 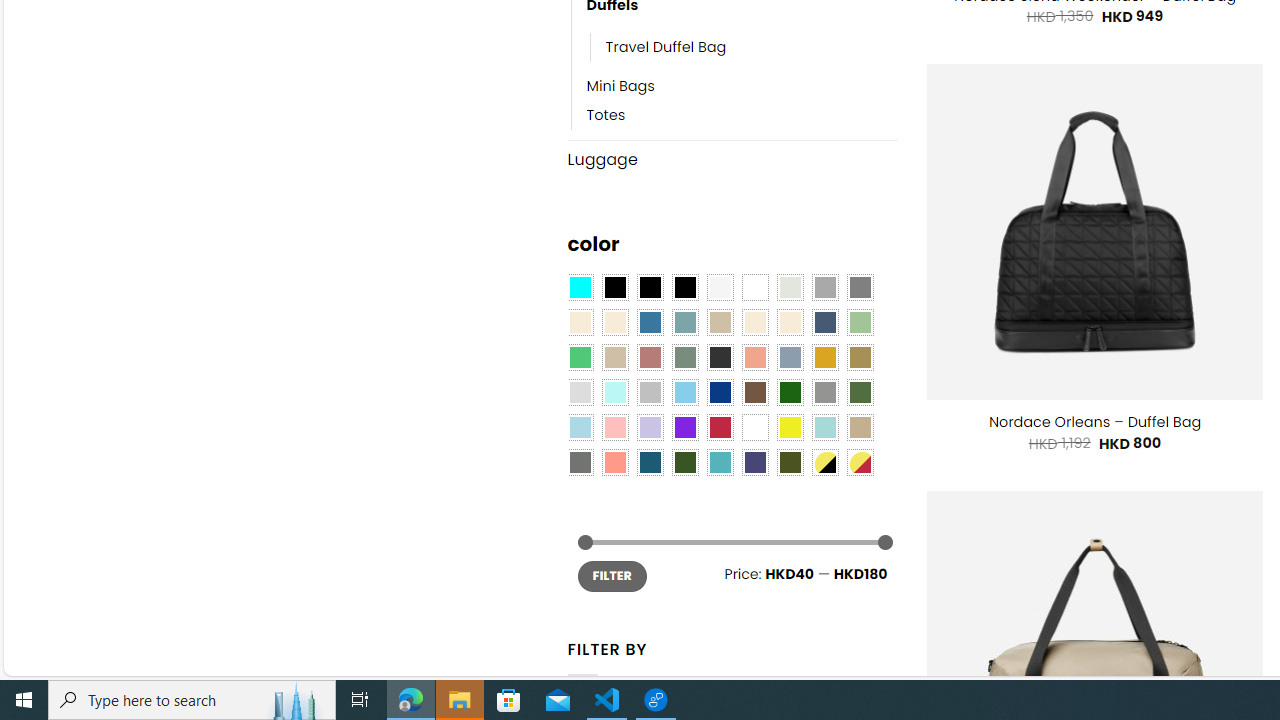 What do you see at coordinates (684, 393) in the screenshot?
I see `'Sky Blue'` at bounding box center [684, 393].